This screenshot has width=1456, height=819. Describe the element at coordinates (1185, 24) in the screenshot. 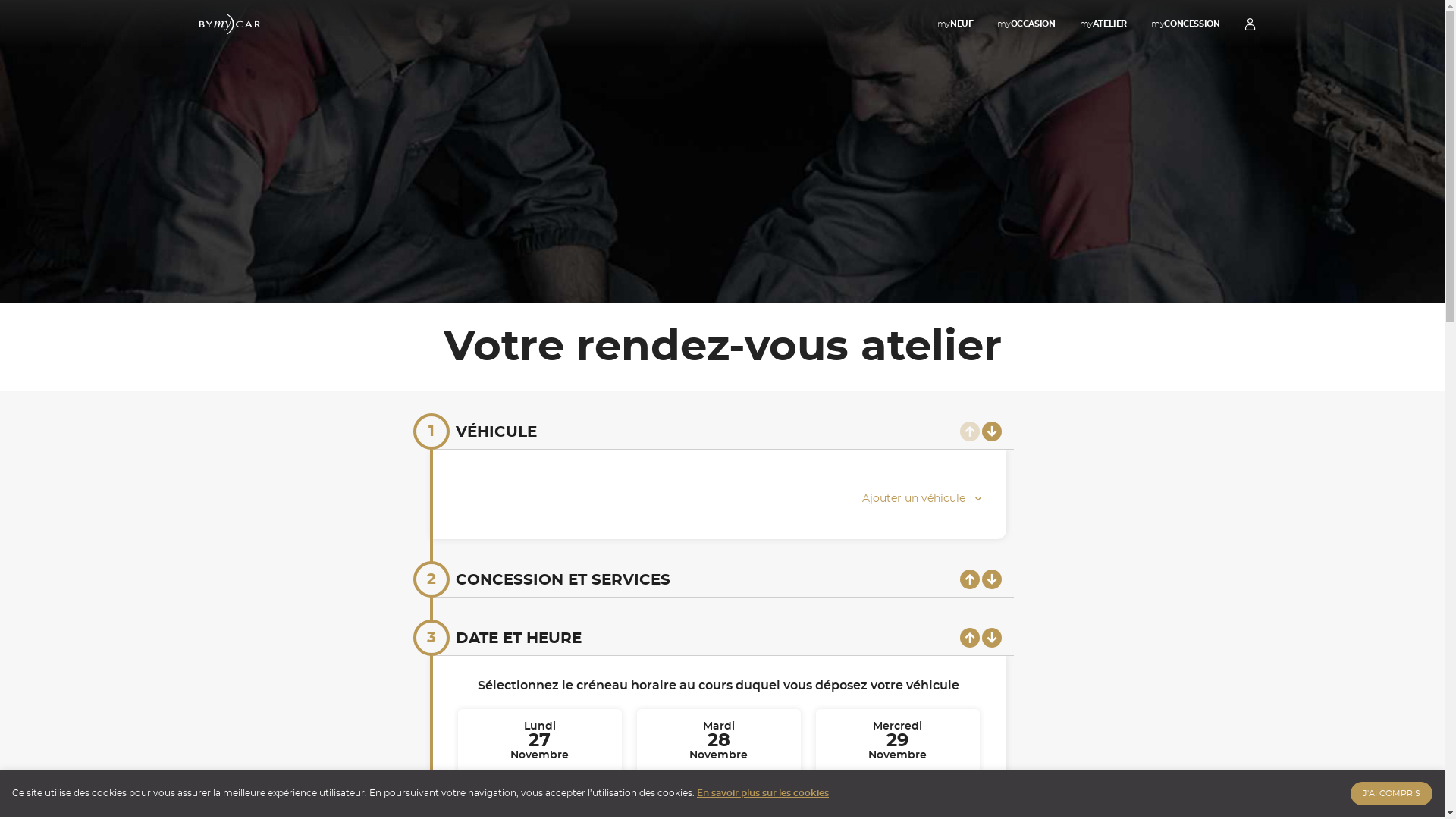

I see `'my` at that location.